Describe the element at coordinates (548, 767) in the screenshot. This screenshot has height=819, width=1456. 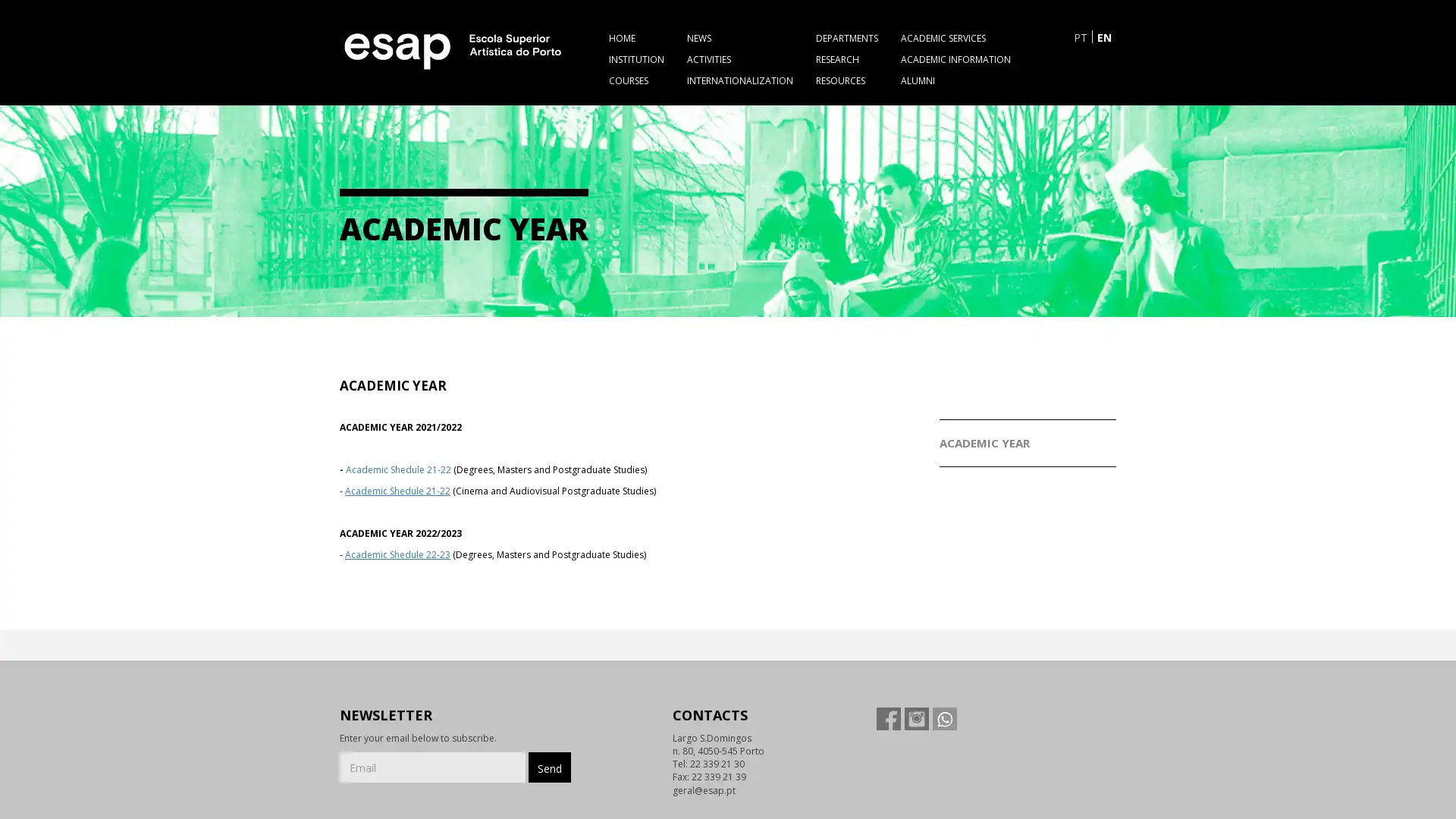
I see `Send` at that location.